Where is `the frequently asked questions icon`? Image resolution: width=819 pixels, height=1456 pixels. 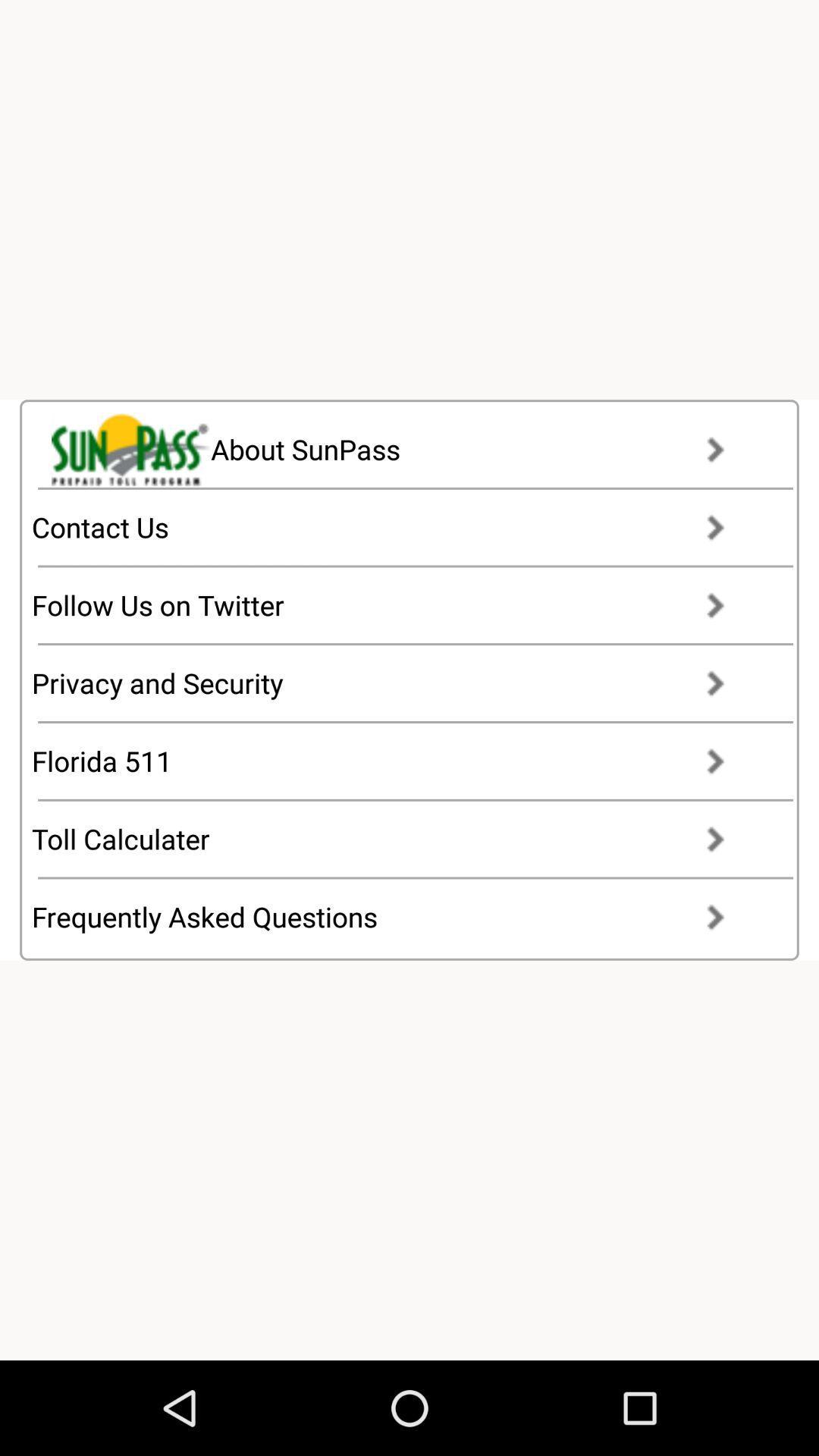 the frequently asked questions icon is located at coordinates (391, 916).